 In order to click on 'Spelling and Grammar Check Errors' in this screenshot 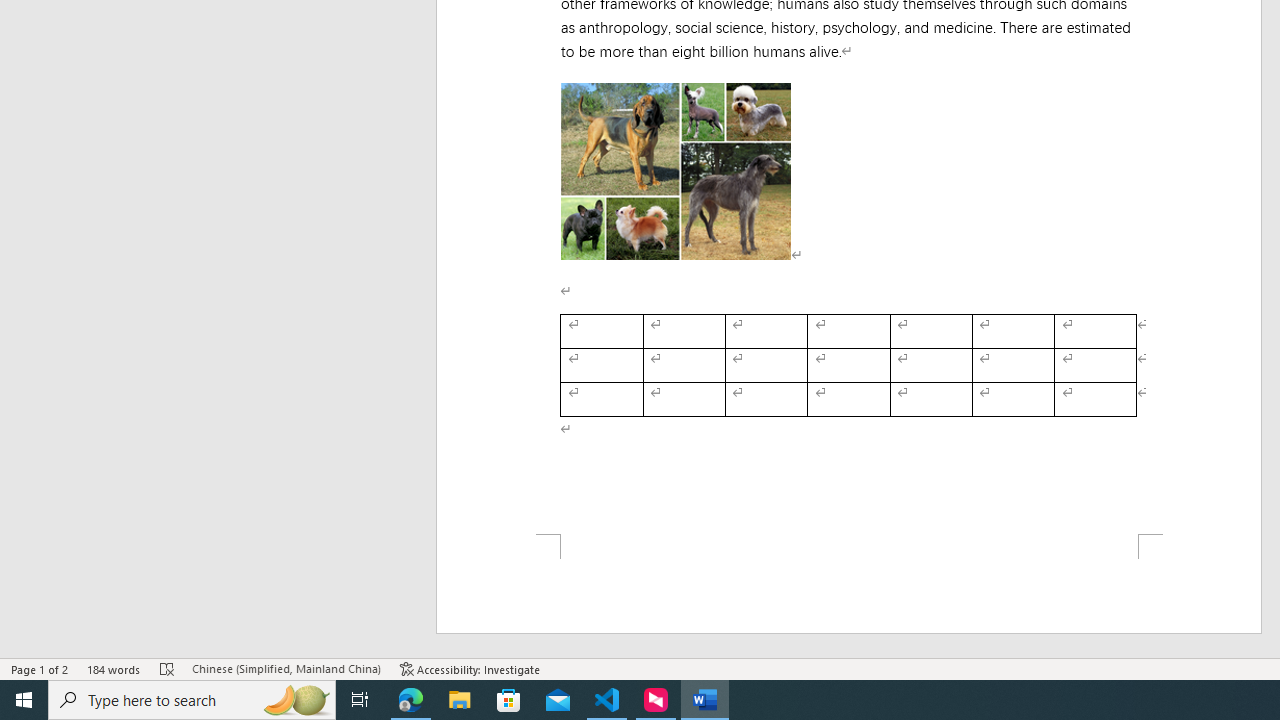, I will do `click(168, 669)`.